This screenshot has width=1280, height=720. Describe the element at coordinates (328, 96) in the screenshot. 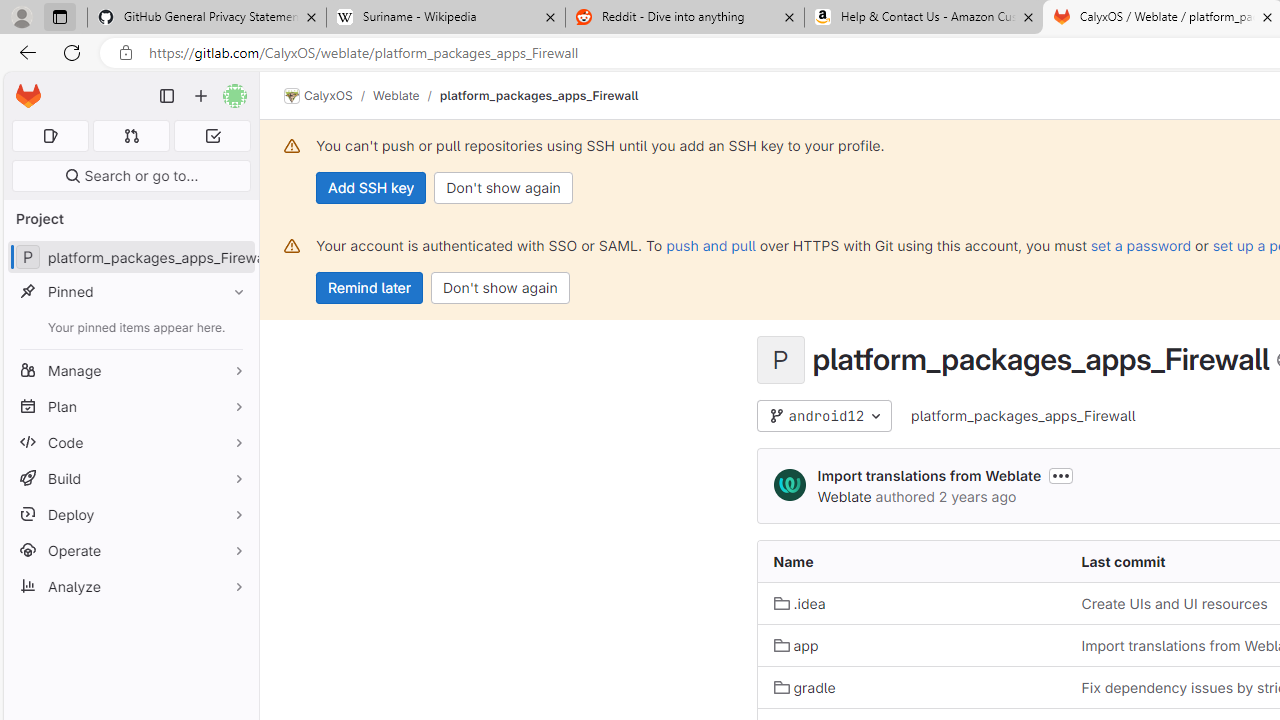

I see `'CalyxOS/'` at that location.